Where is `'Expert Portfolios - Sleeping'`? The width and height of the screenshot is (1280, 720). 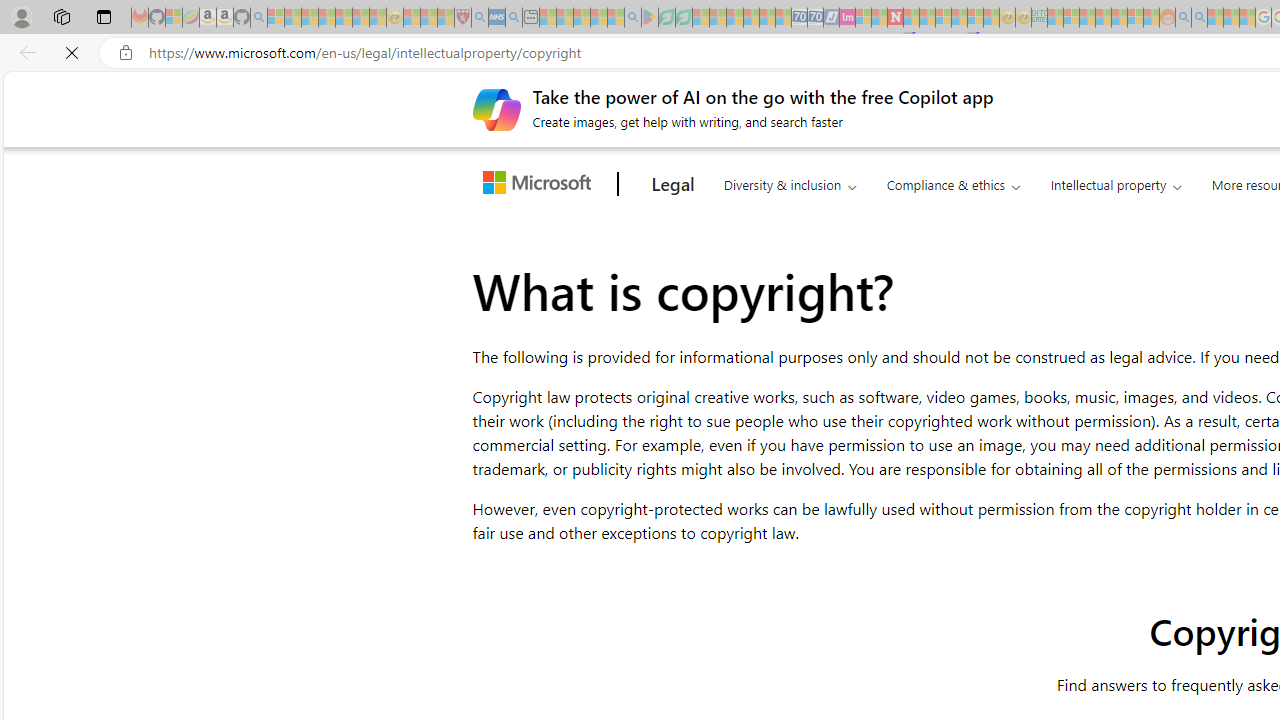
'Expert Portfolios - Sleeping' is located at coordinates (1102, 17).